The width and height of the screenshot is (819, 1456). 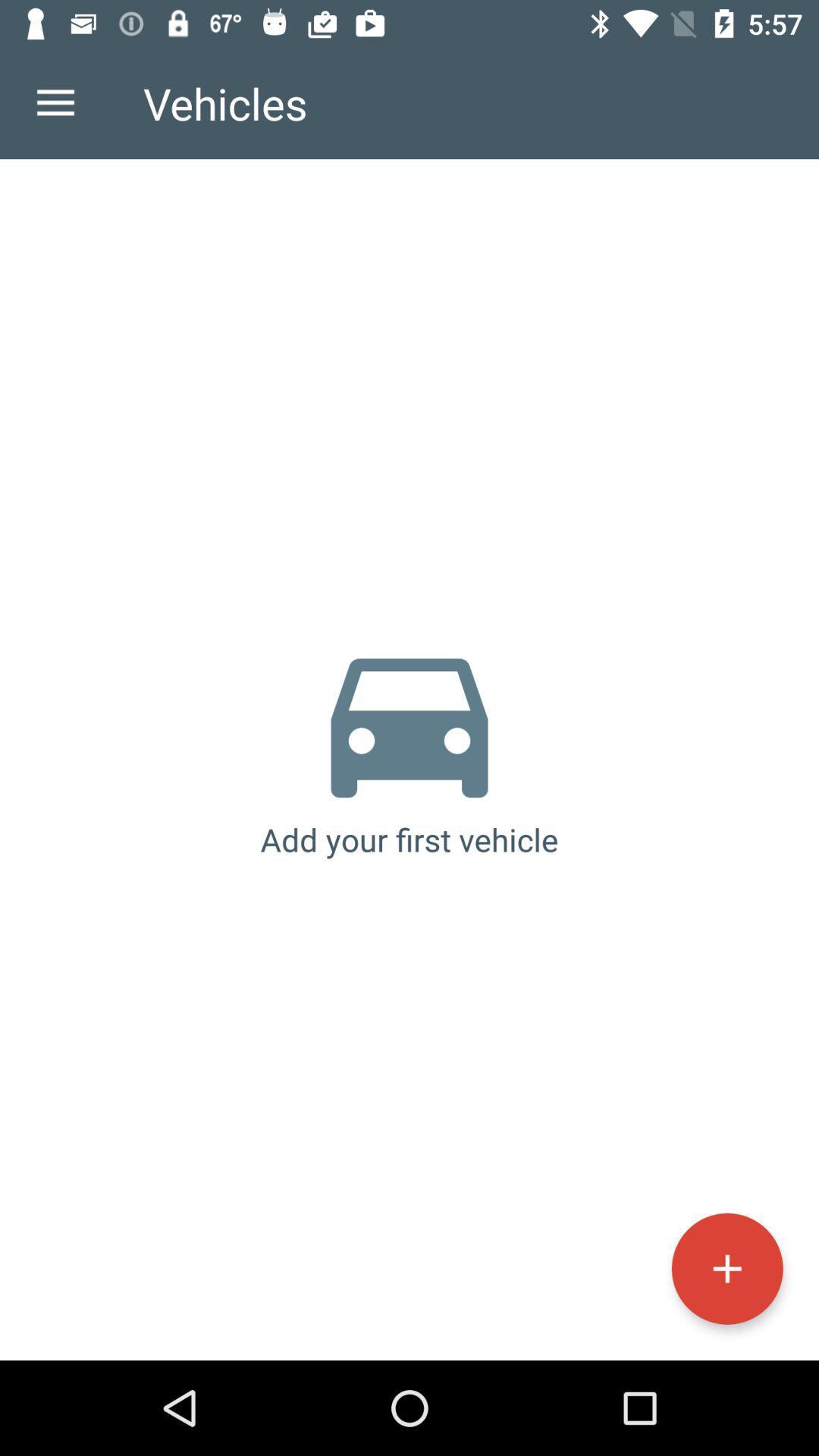 What do you see at coordinates (726, 1269) in the screenshot?
I see `the button is used to add` at bounding box center [726, 1269].